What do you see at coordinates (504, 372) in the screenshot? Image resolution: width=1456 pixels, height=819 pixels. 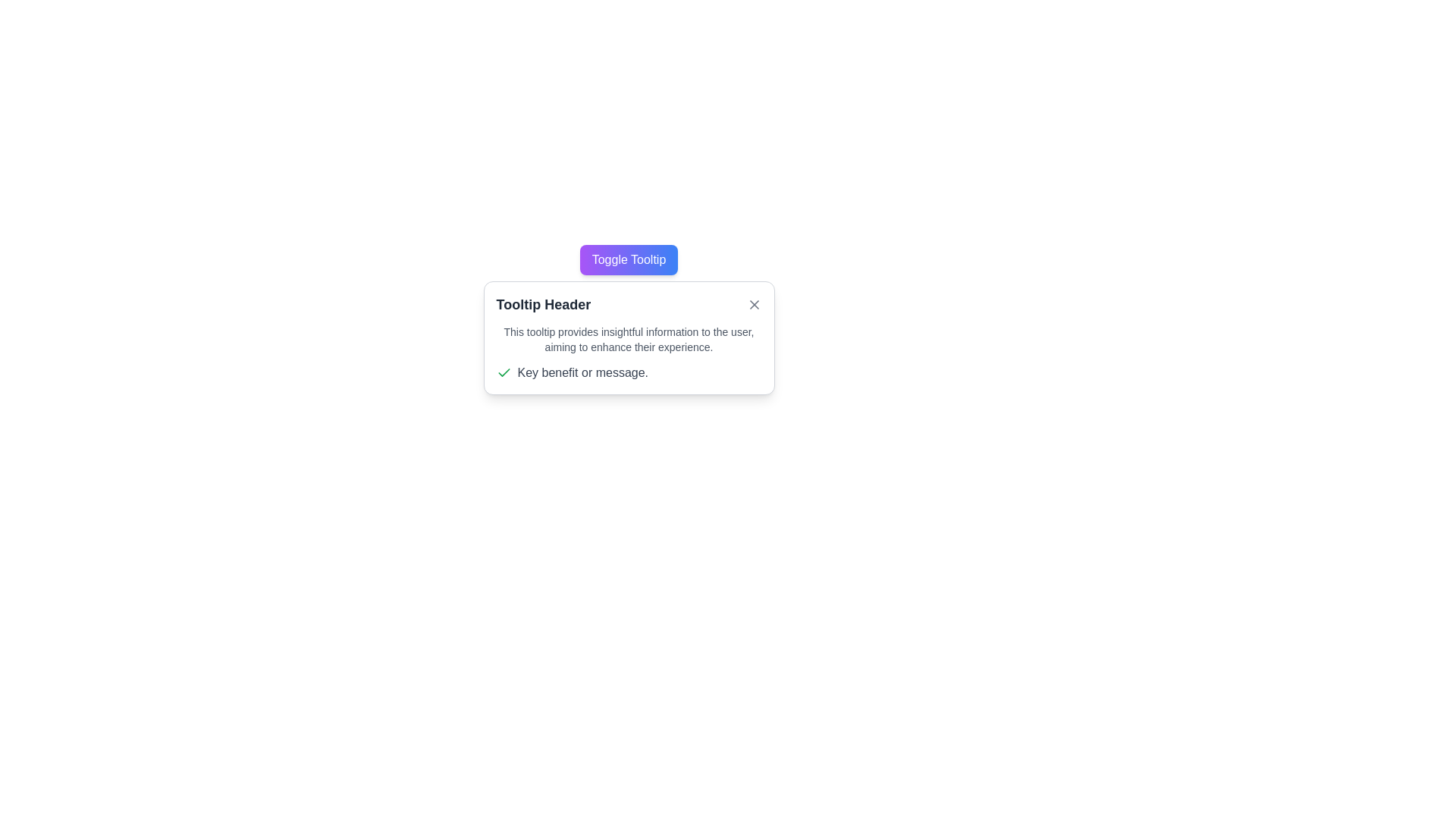 I see `the completion or approval icon located within the tooltip widget under the 'Key benefit or message' section, aligned to the left of the descriptive text` at bounding box center [504, 372].